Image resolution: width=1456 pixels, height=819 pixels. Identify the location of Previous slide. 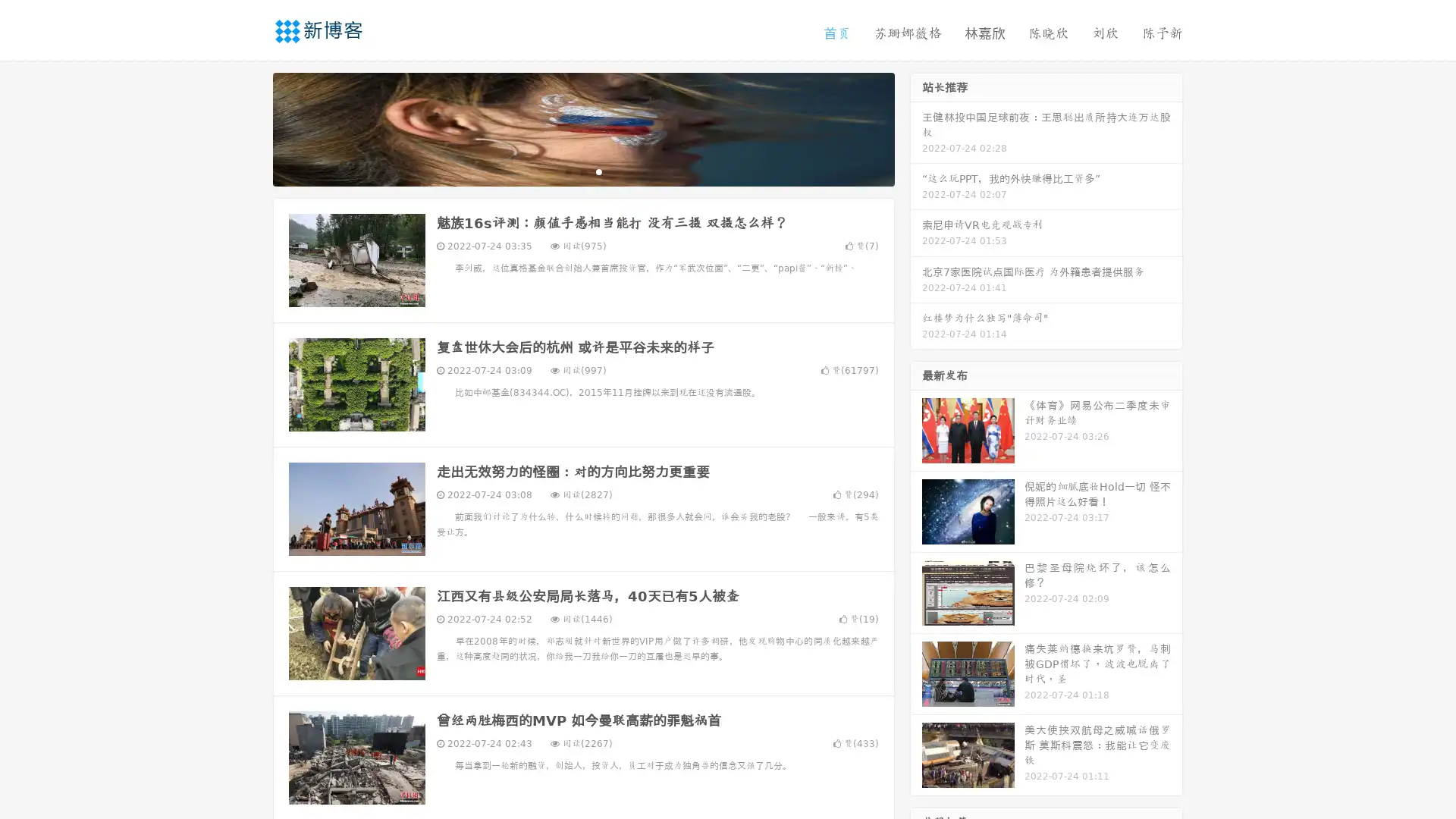
(250, 127).